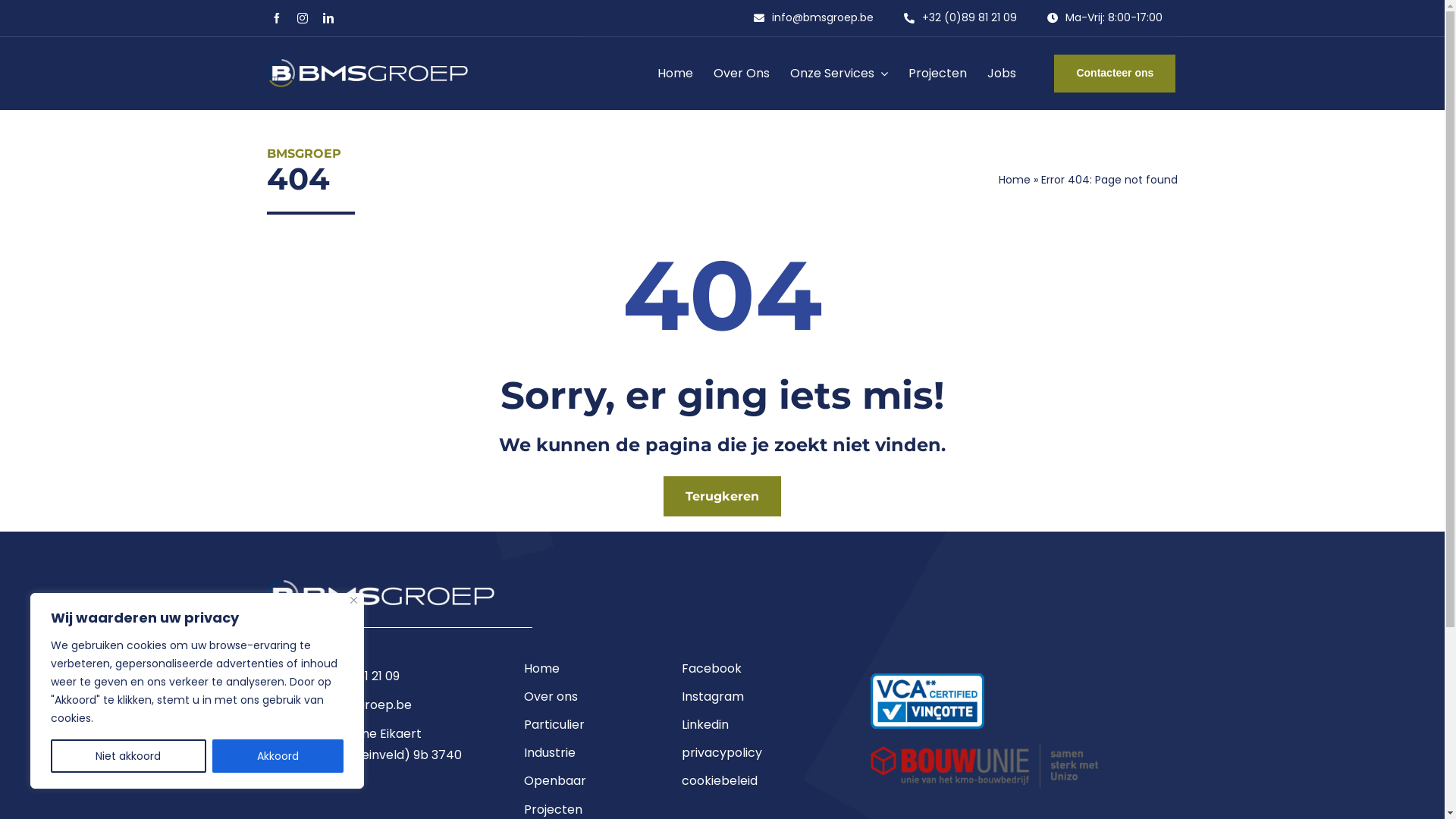  Describe the element at coordinates (813, 17) in the screenshot. I see `'info@bmsgroep.be'` at that location.